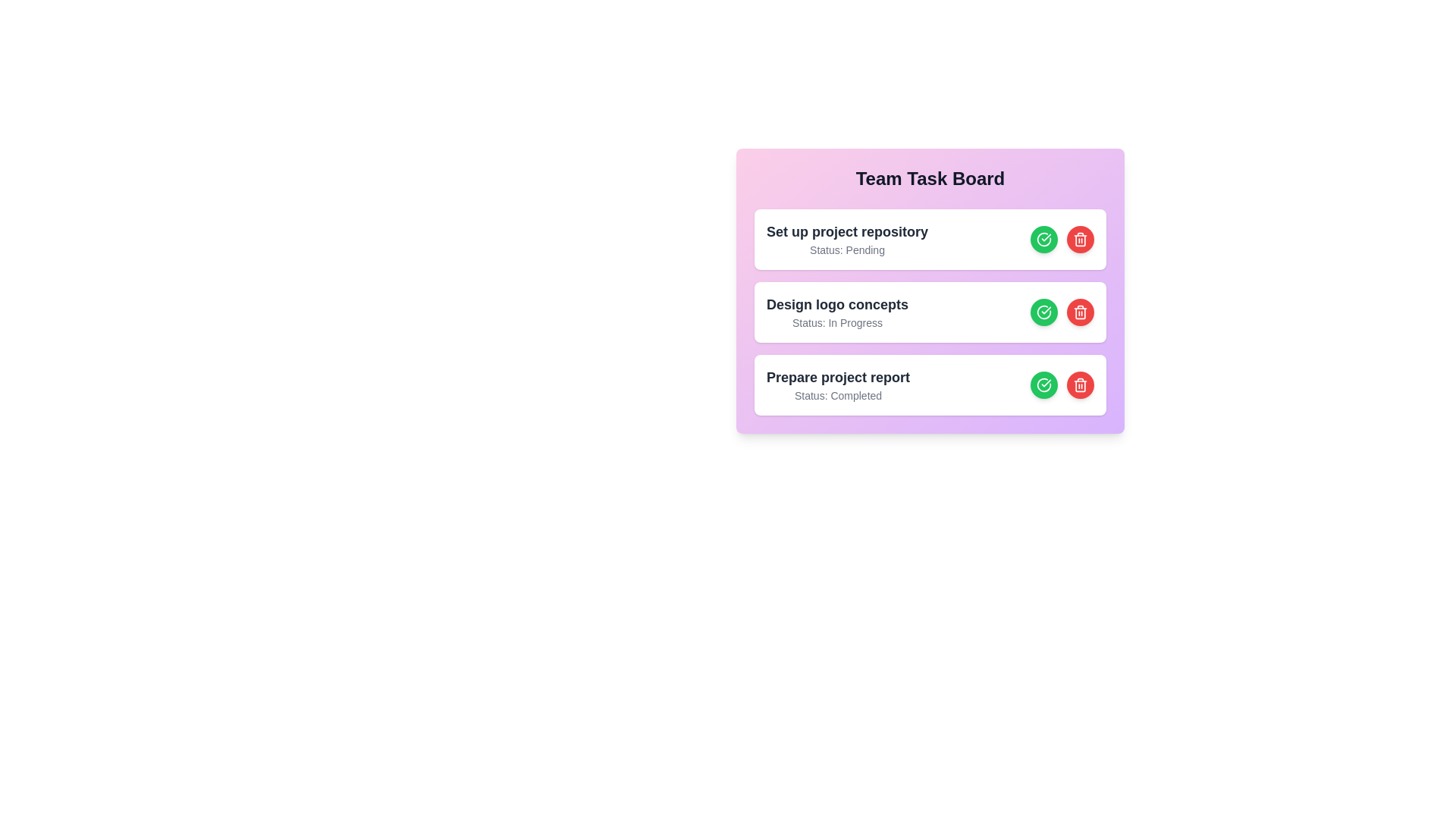  What do you see at coordinates (930, 177) in the screenshot?
I see `the title of the component, 'Team Task Board', located at its center` at bounding box center [930, 177].